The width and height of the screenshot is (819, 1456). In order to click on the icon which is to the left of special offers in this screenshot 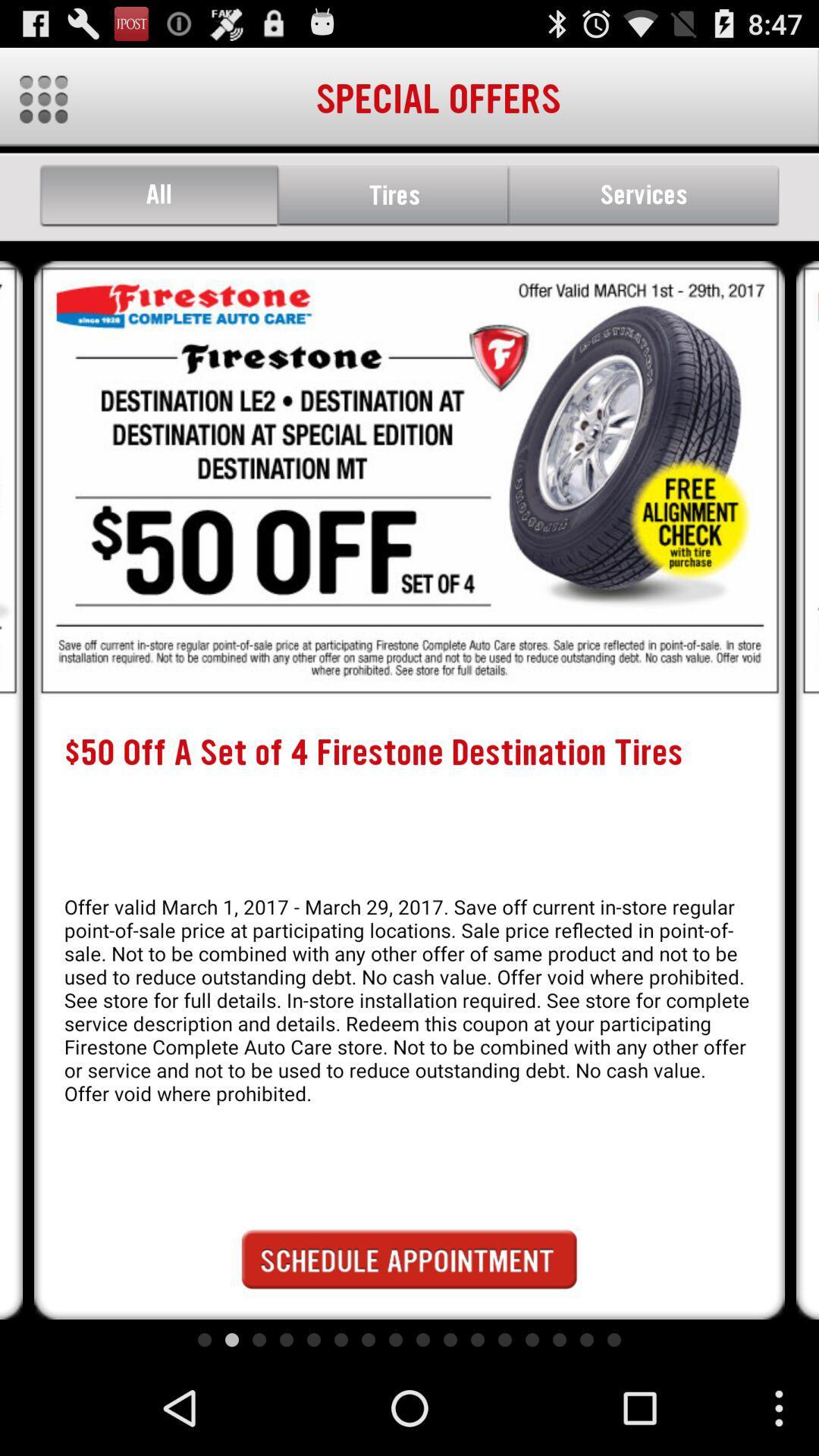, I will do `click(42, 99)`.